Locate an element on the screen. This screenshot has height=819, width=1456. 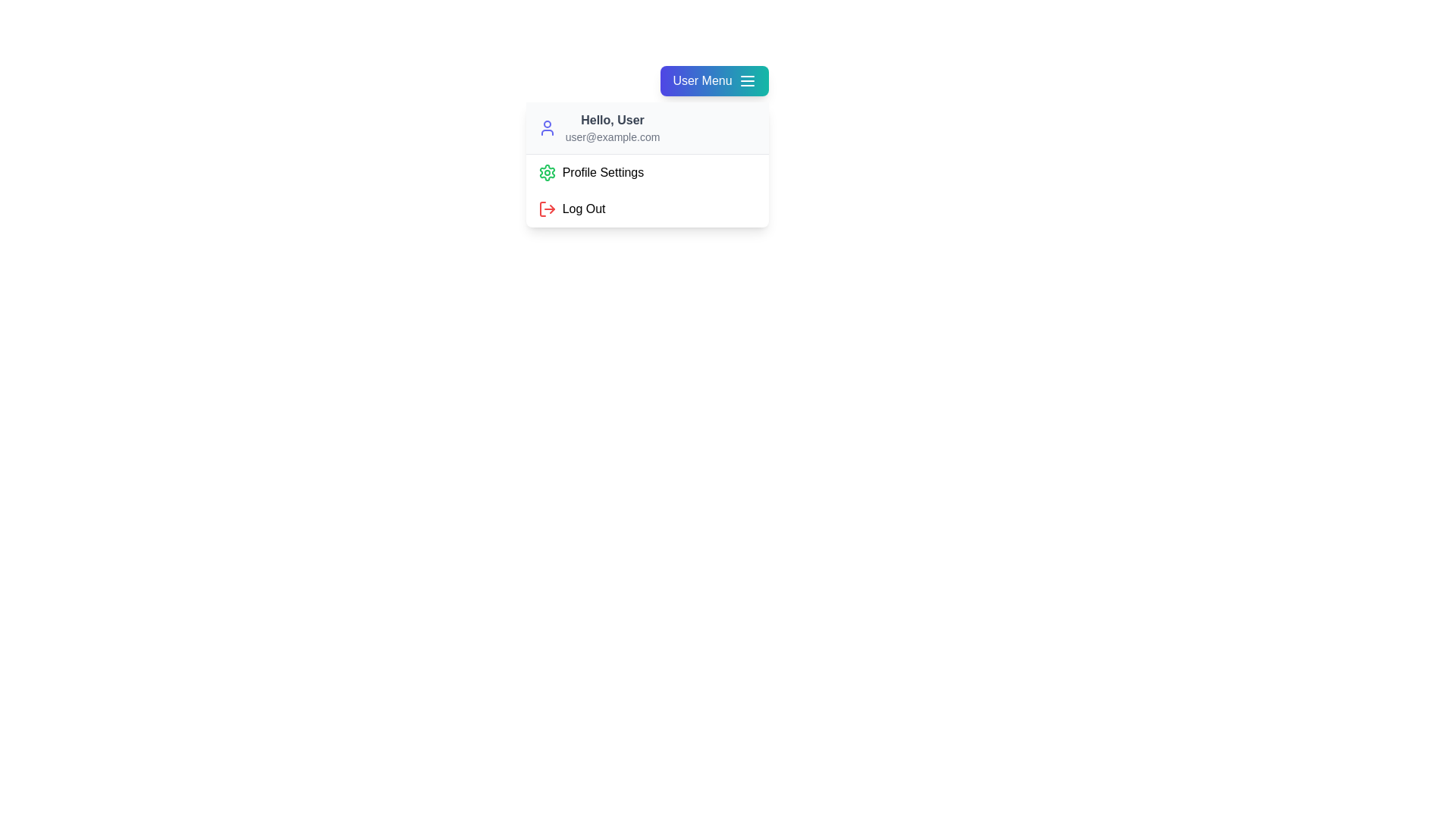
the 'User Menu' button to toggle the menu visibility is located at coordinates (714, 81).